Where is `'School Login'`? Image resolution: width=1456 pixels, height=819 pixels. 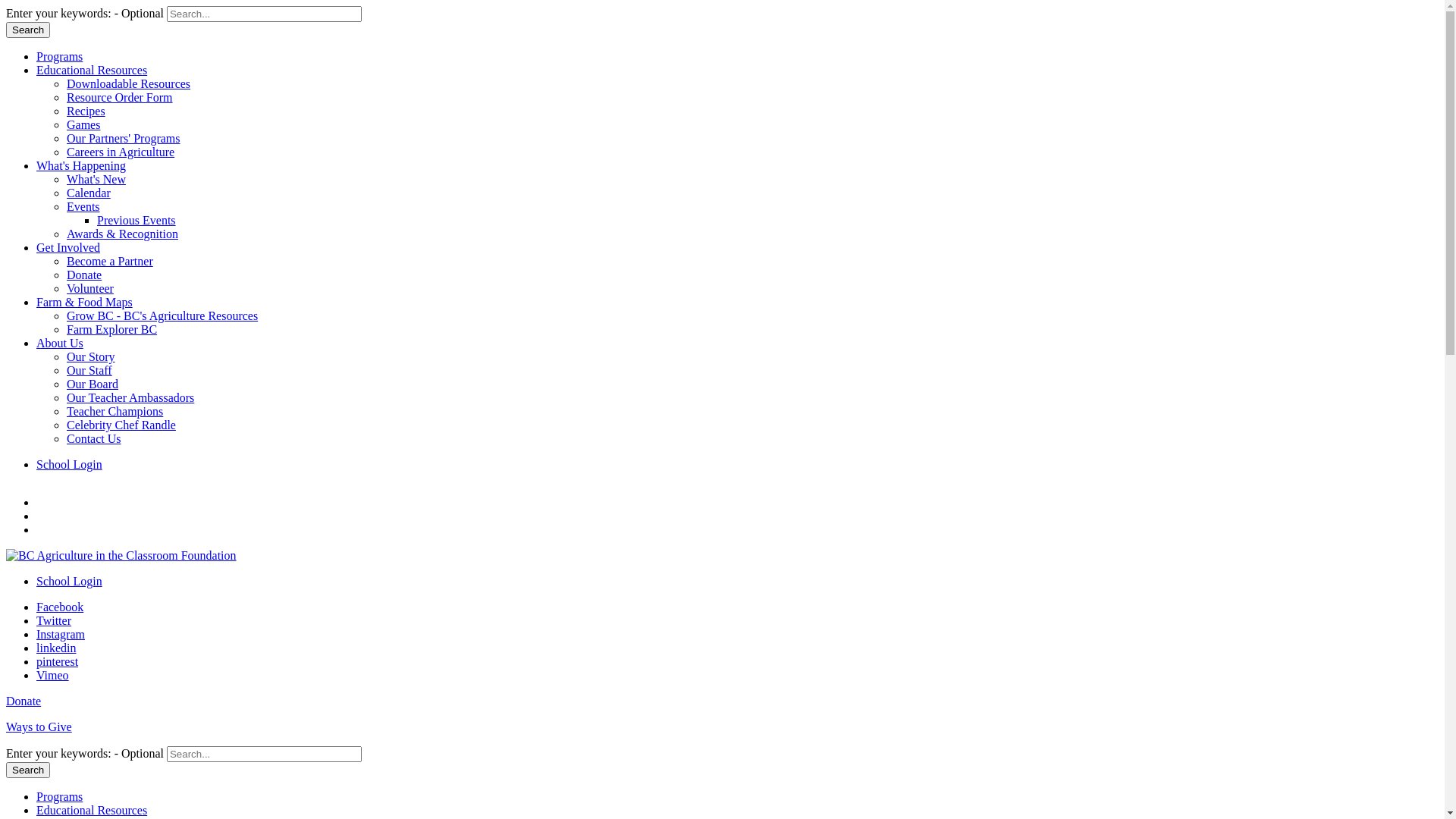 'School Login' is located at coordinates (68, 463).